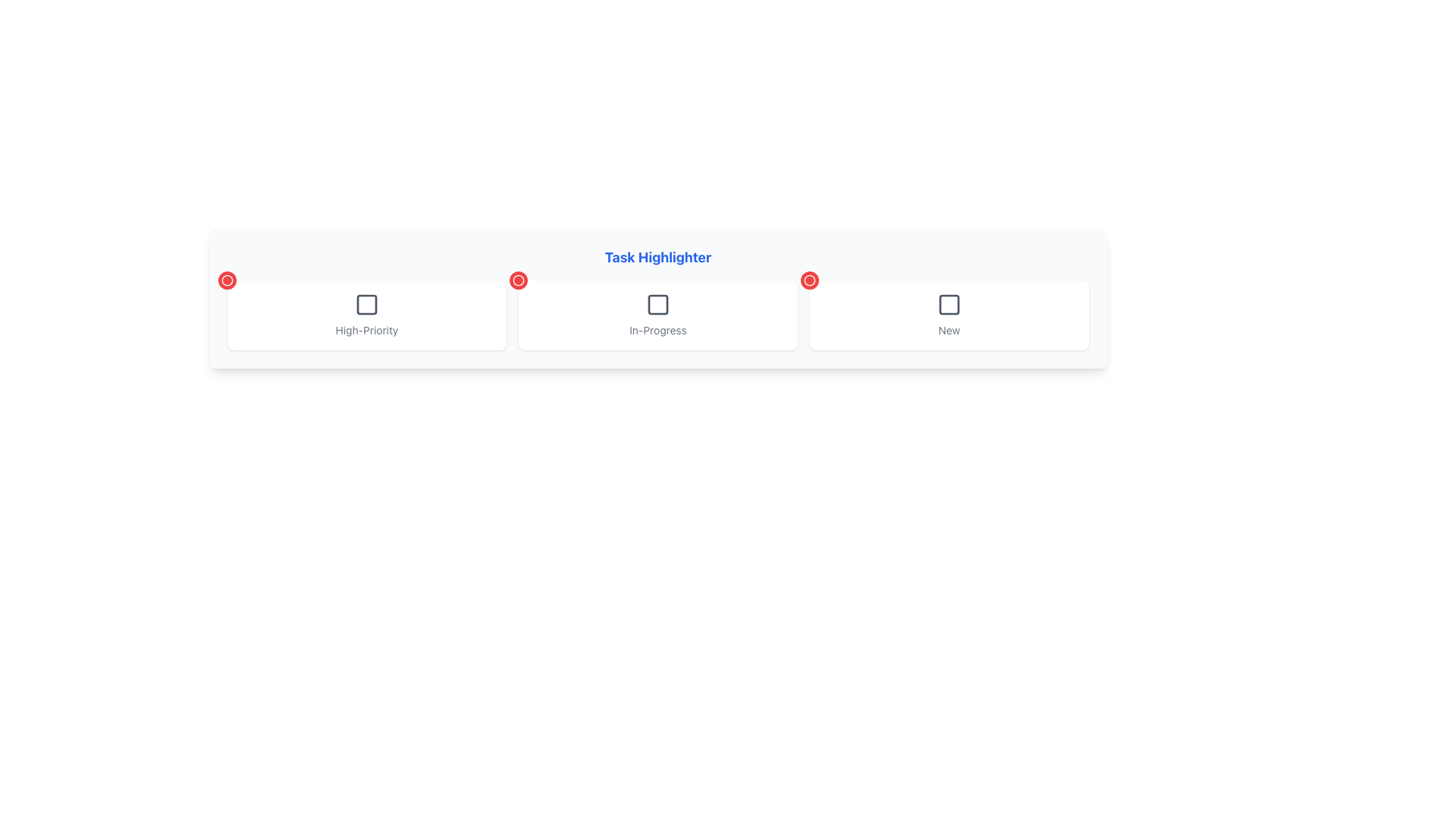 This screenshot has width=1456, height=819. I want to click on text from the title label at the top of the 'Task Highlighter' interface, which indicates the purpose of the section below it, so click(658, 256).